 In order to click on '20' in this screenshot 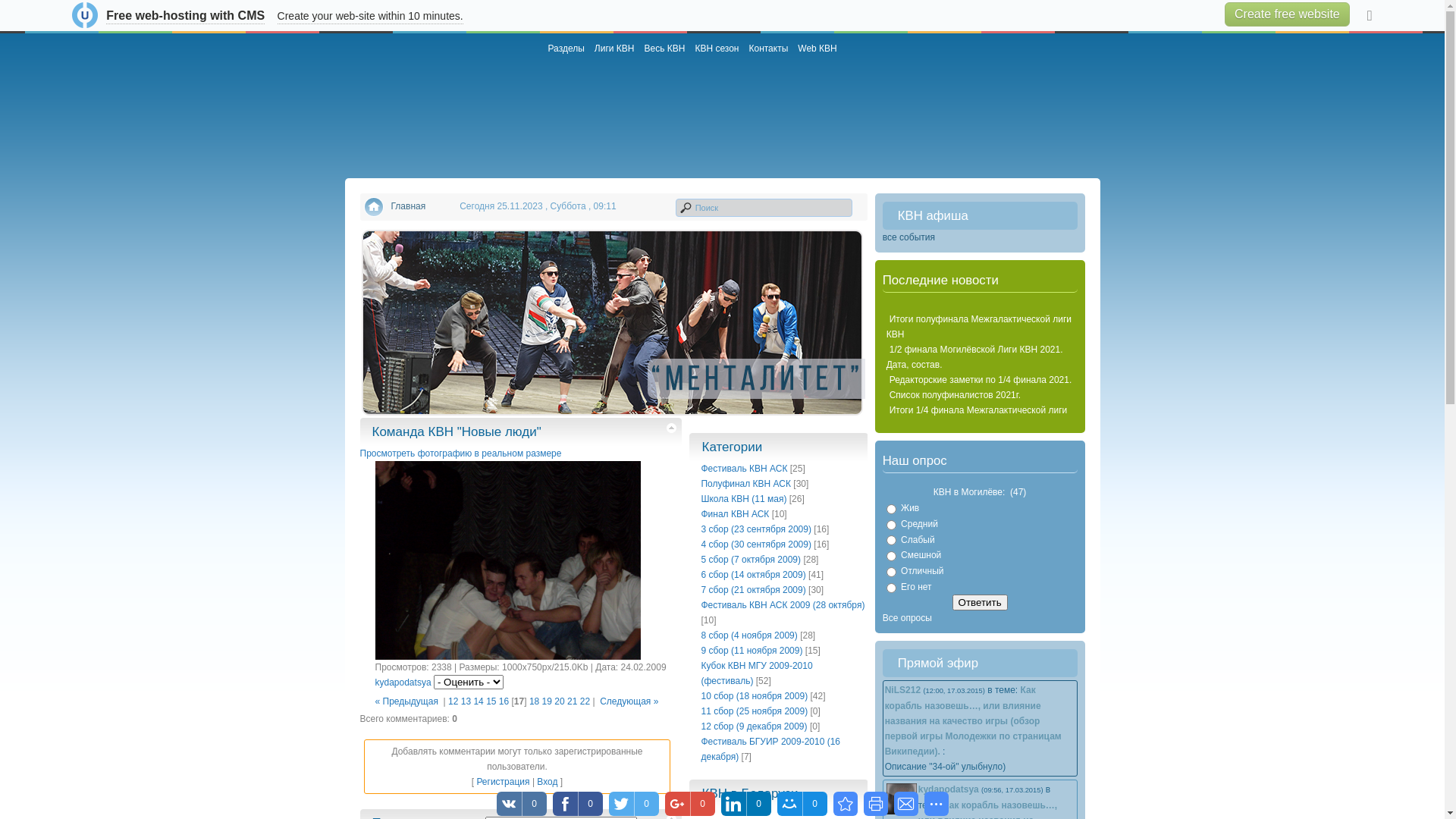, I will do `click(558, 701)`.